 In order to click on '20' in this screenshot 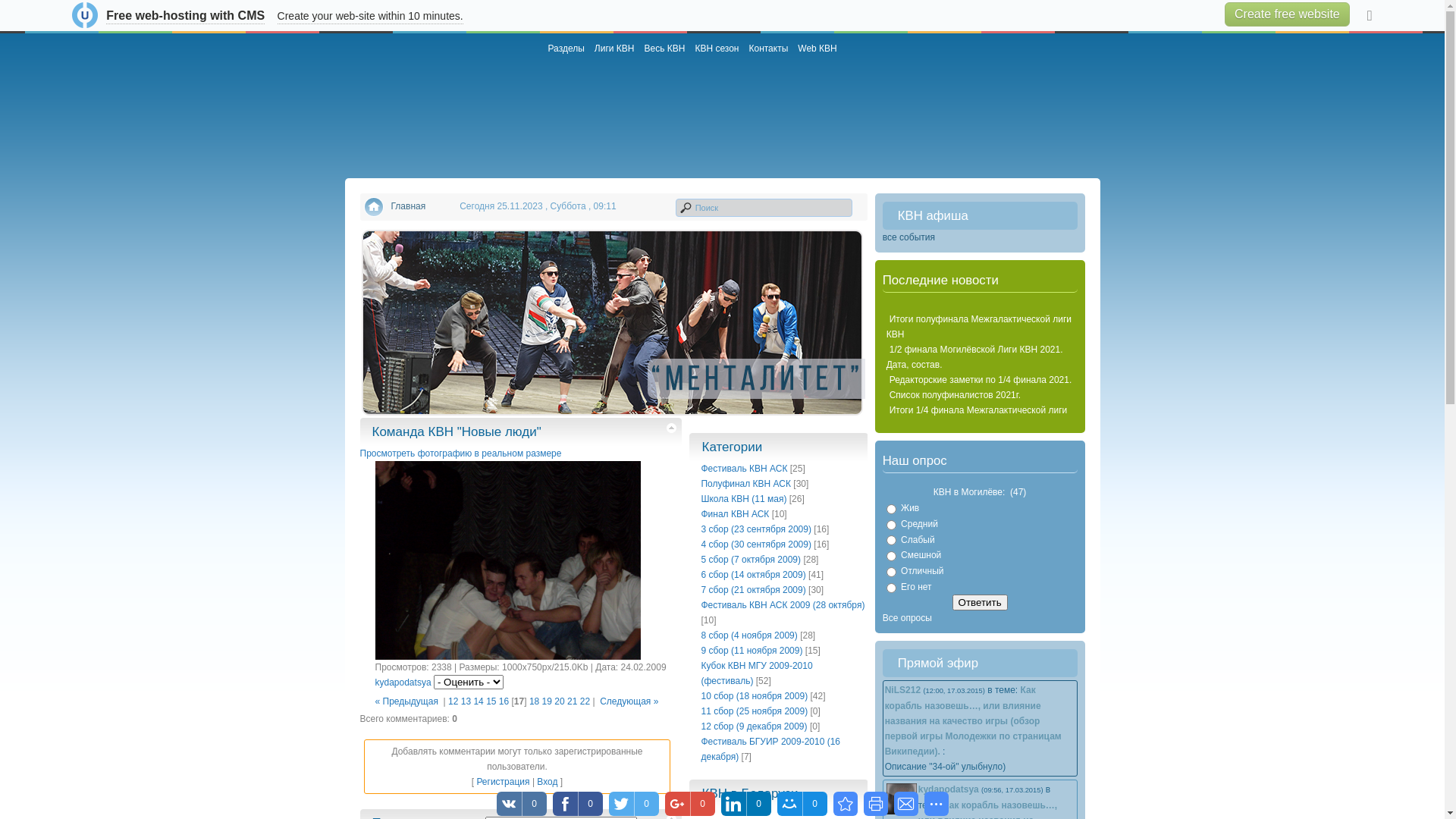, I will do `click(558, 701)`.